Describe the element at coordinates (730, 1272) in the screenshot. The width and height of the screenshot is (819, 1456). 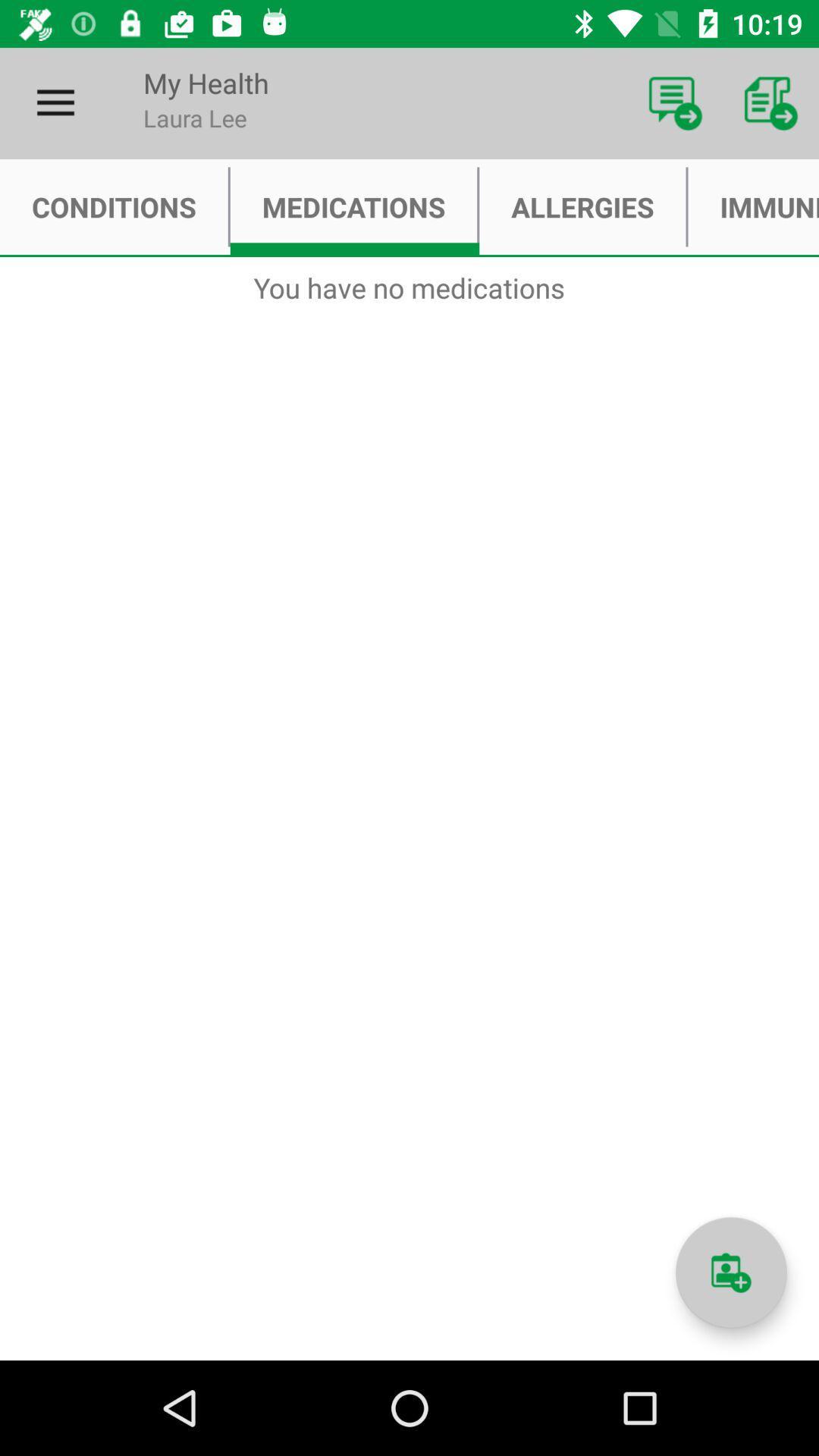
I see `information` at that location.